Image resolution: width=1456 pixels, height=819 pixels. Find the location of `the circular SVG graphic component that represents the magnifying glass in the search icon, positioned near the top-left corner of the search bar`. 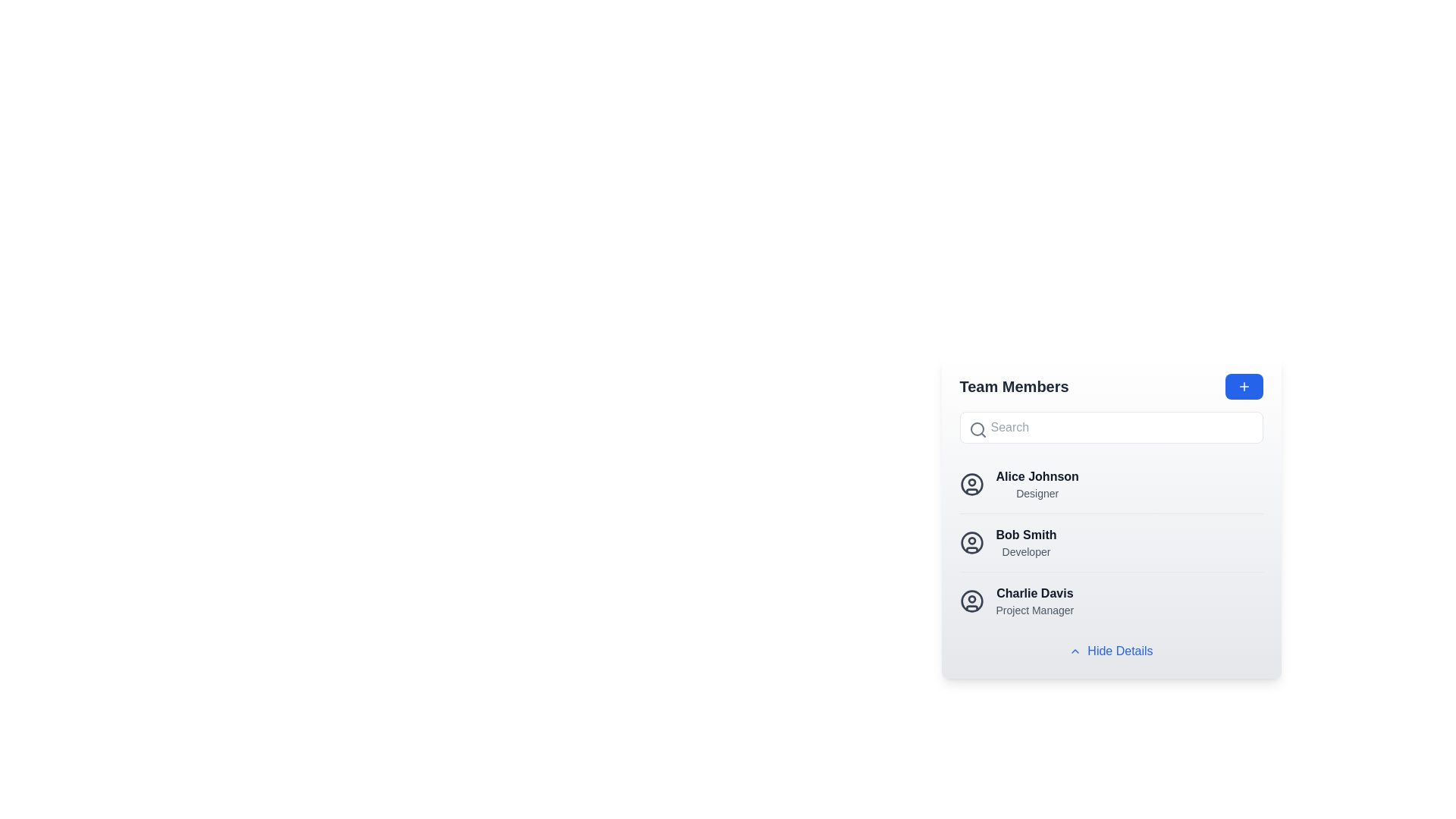

the circular SVG graphic component that represents the magnifying glass in the search icon, positioned near the top-left corner of the search bar is located at coordinates (977, 429).